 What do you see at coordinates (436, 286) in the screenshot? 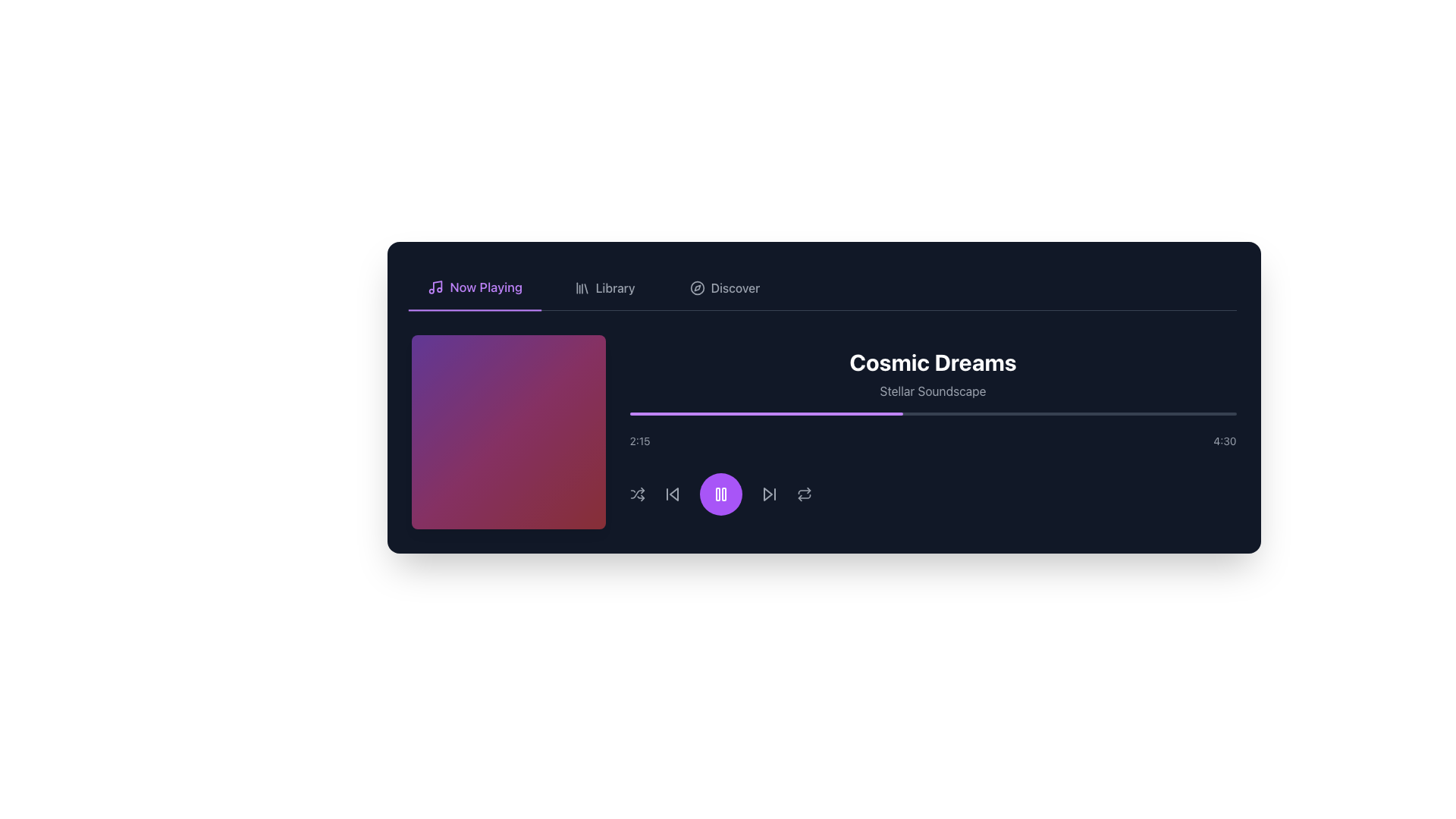
I see `thin vertical line styled like a musical note stem, located beside the 'Now Playing' text in the music player interface for debugging purposes` at bounding box center [436, 286].